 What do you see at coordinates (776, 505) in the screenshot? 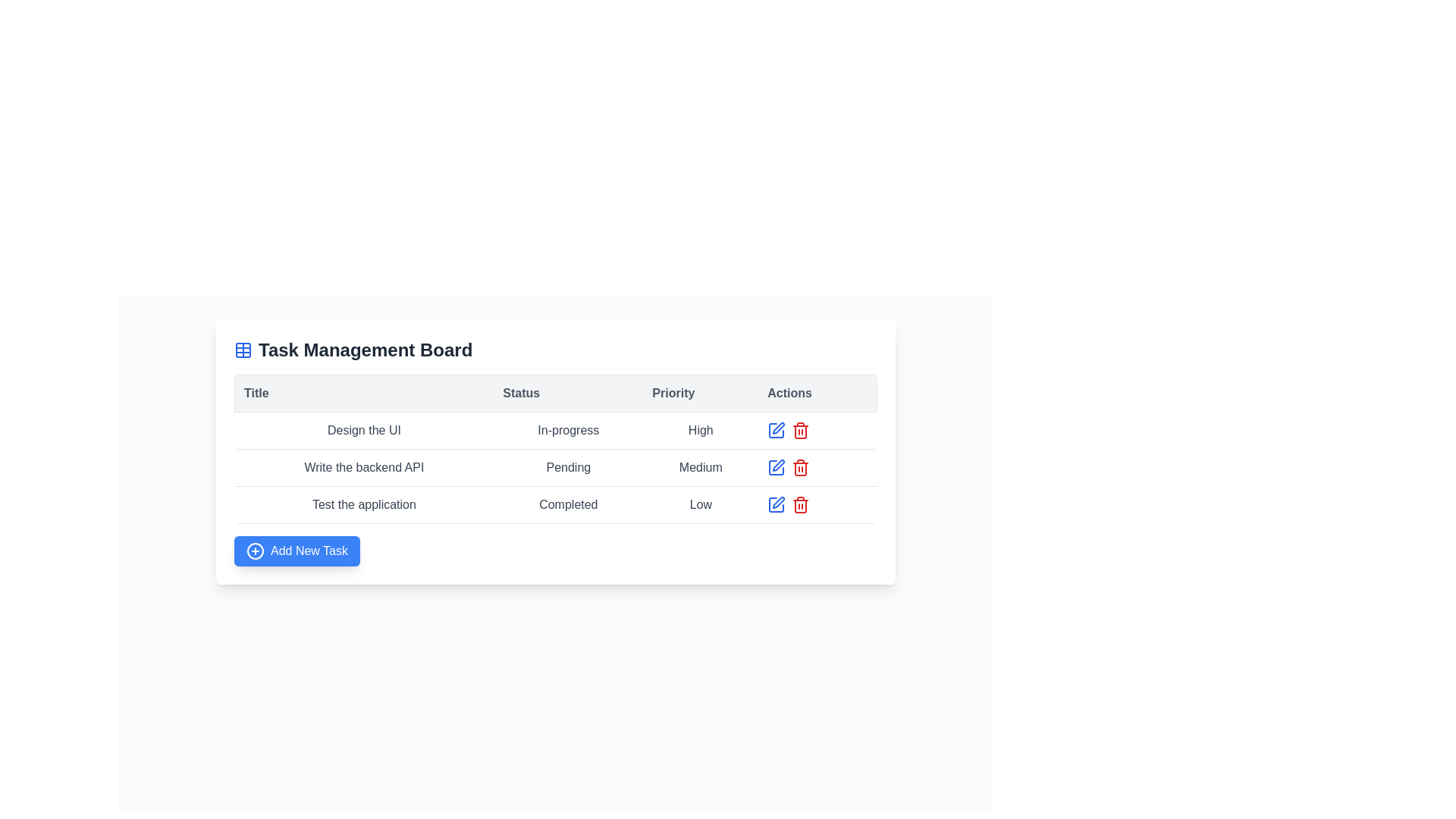
I see `the edit button located in the 'Actions' column of the last row in the Task Management Board to initiate editing of the associated task` at bounding box center [776, 505].